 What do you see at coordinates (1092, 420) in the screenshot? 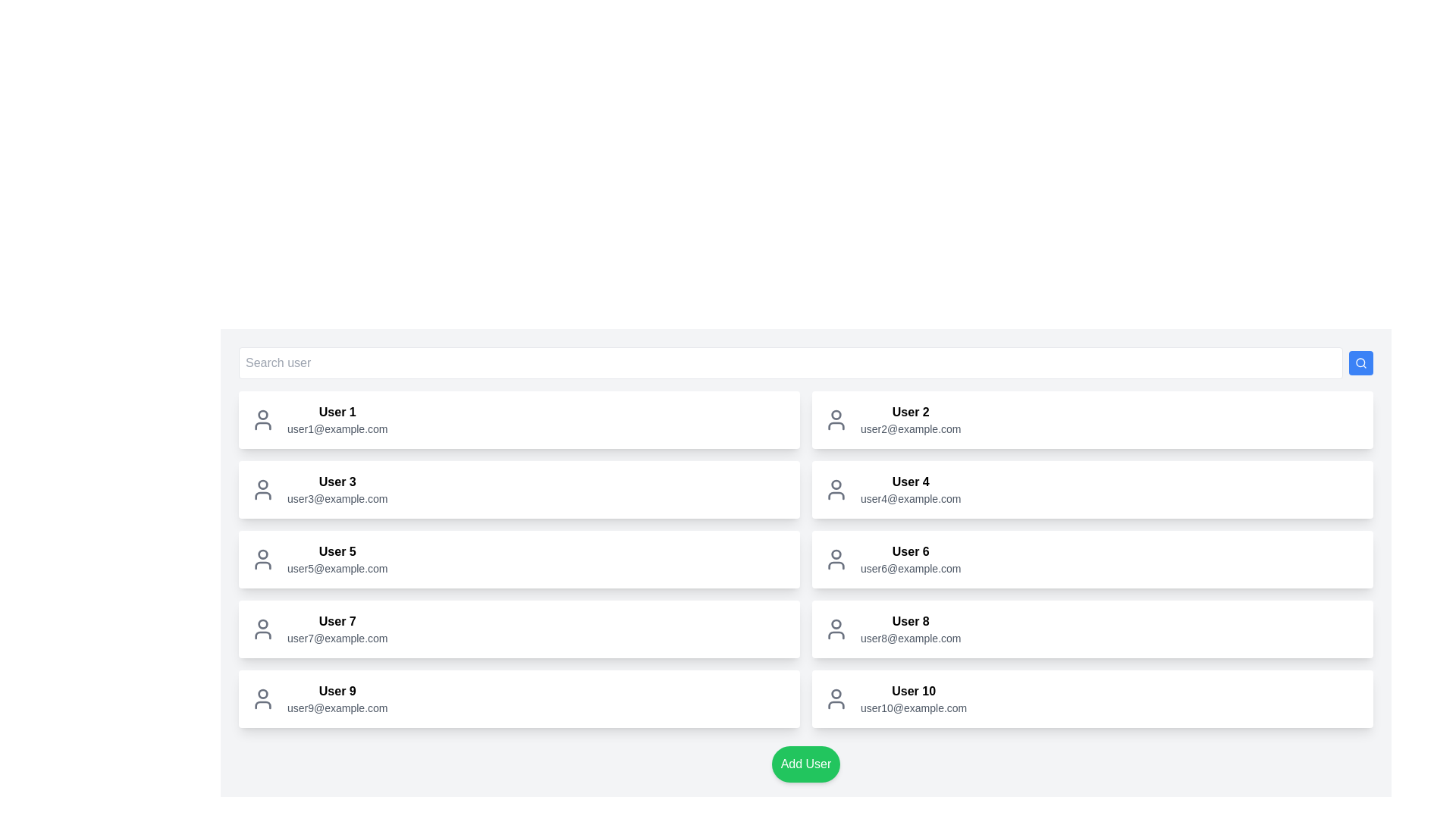
I see `the second informational display card in the grid layout that contains user information, positioned to the right of 'User 1' and above 'User 4'` at bounding box center [1092, 420].